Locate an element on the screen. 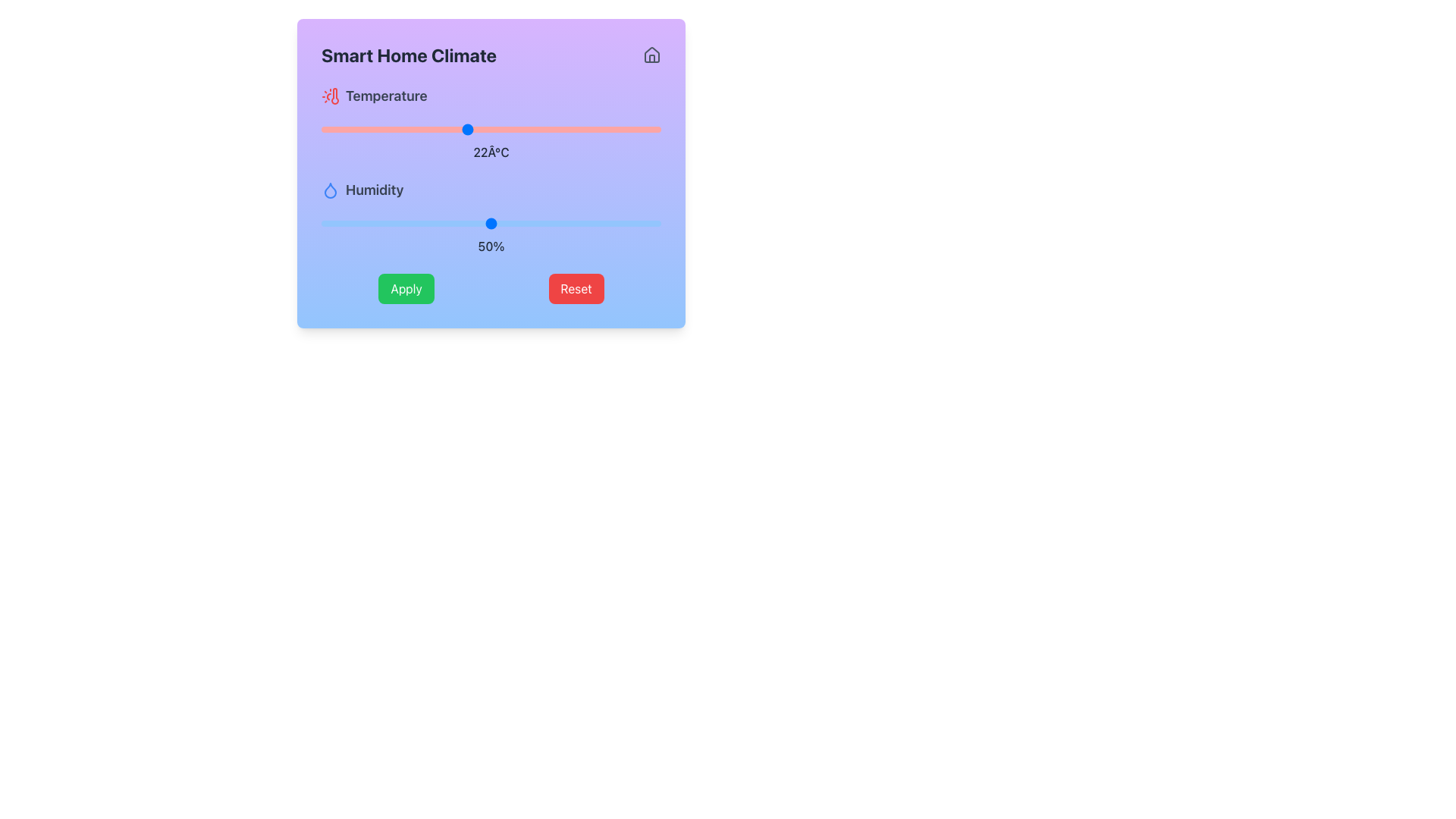 The image size is (1456, 819). the green 'Apply' button is located at coordinates (406, 289).